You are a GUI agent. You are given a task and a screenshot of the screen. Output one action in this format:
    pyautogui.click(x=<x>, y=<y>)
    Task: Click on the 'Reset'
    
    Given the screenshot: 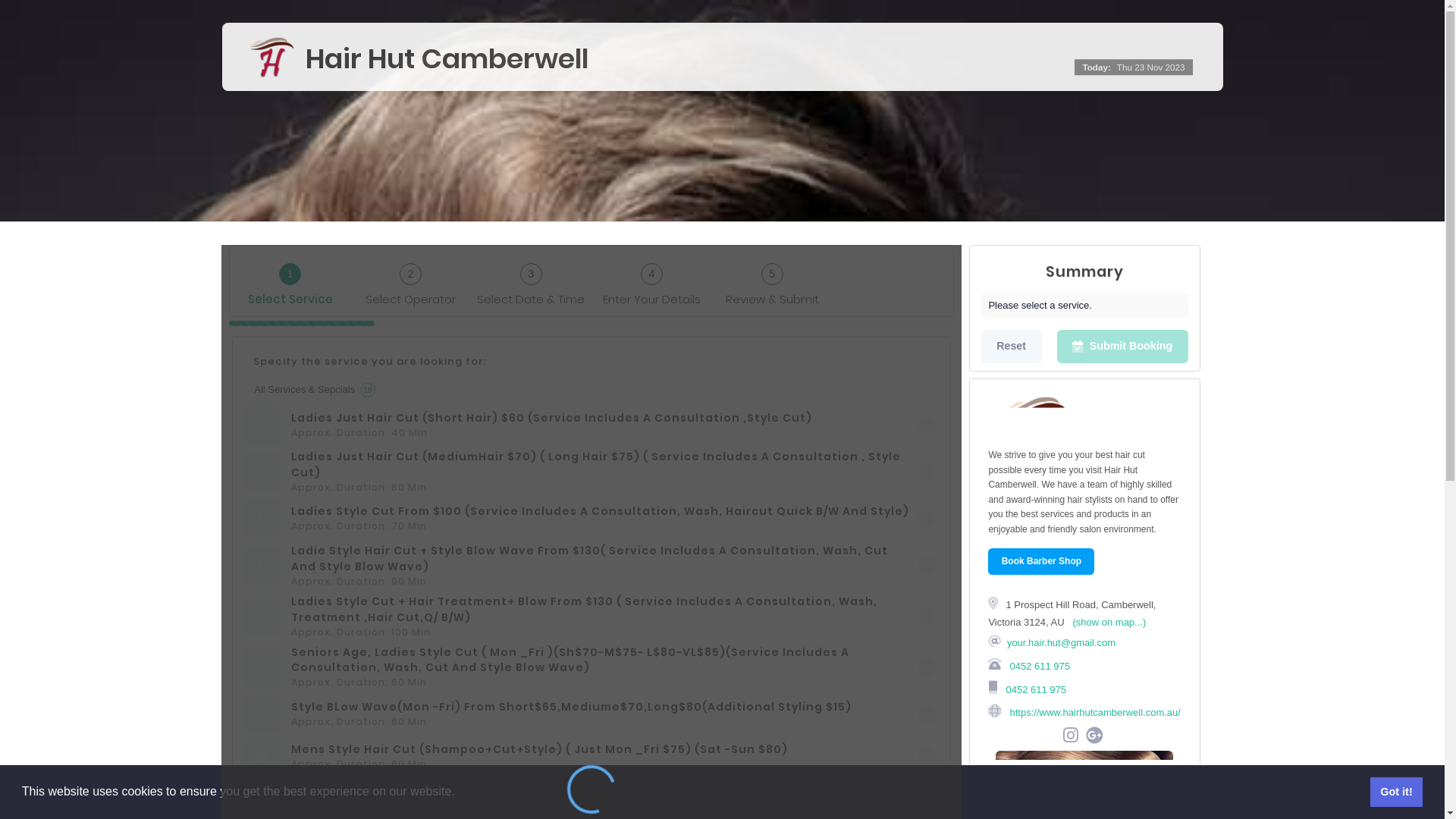 What is the action you would take?
    pyautogui.click(x=1012, y=346)
    